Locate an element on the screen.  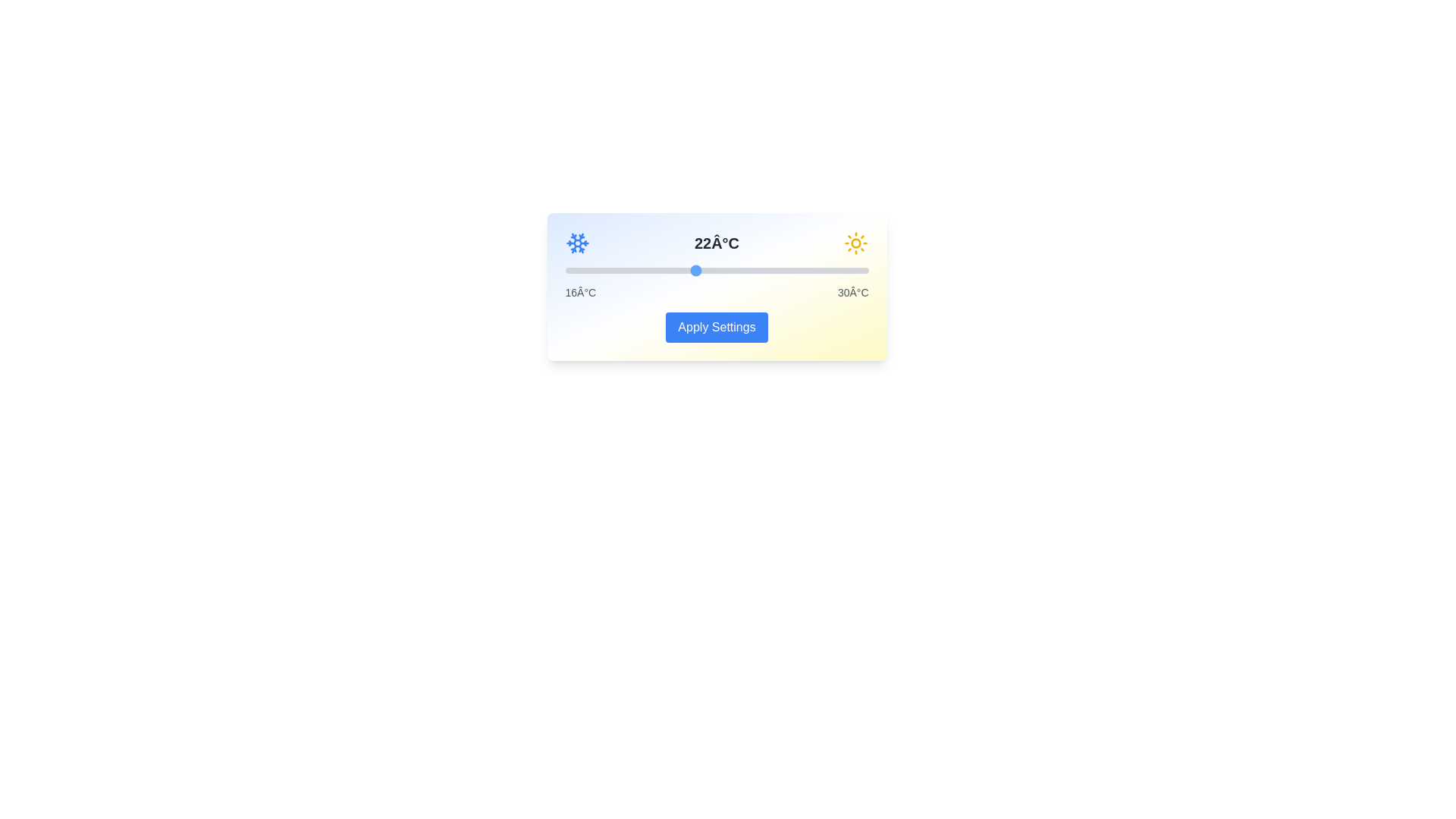
the temperature slider to 21 degrees Celsius is located at coordinates (673, 270).